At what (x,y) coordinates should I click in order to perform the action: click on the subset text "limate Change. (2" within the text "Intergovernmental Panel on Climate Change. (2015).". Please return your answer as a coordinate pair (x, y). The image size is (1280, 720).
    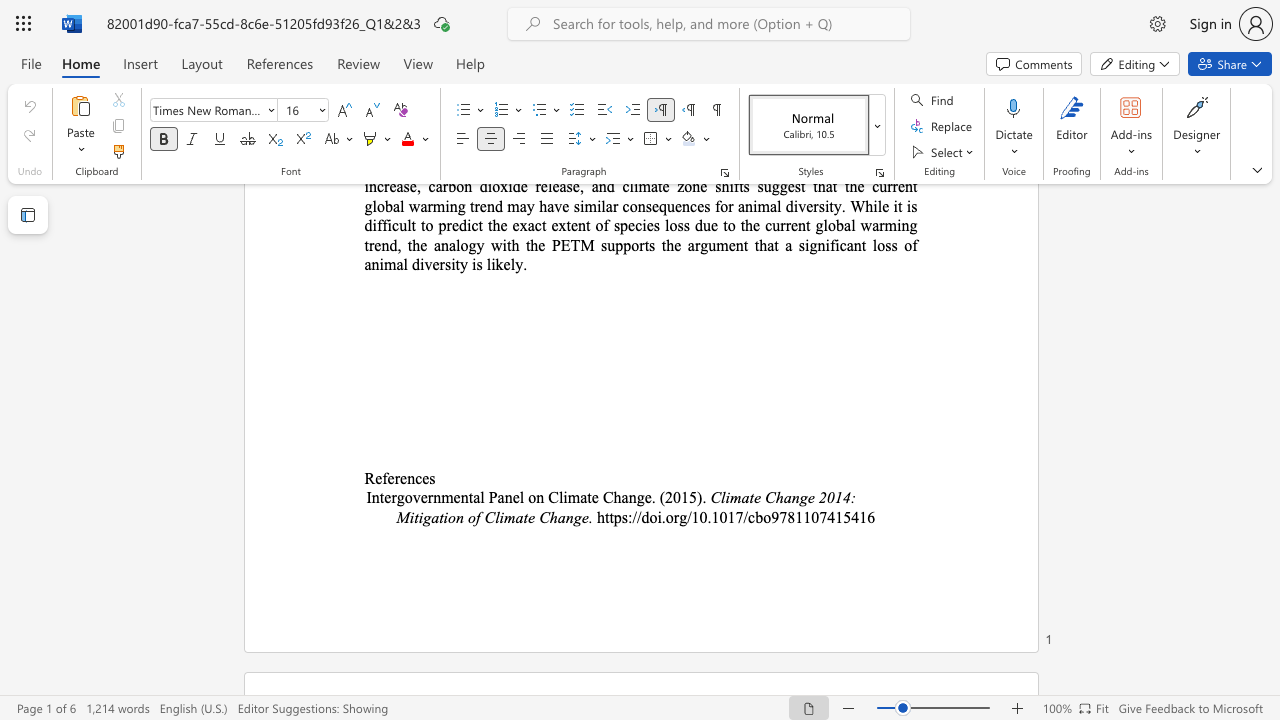
    Looking at the image, I should click on (558, 496).